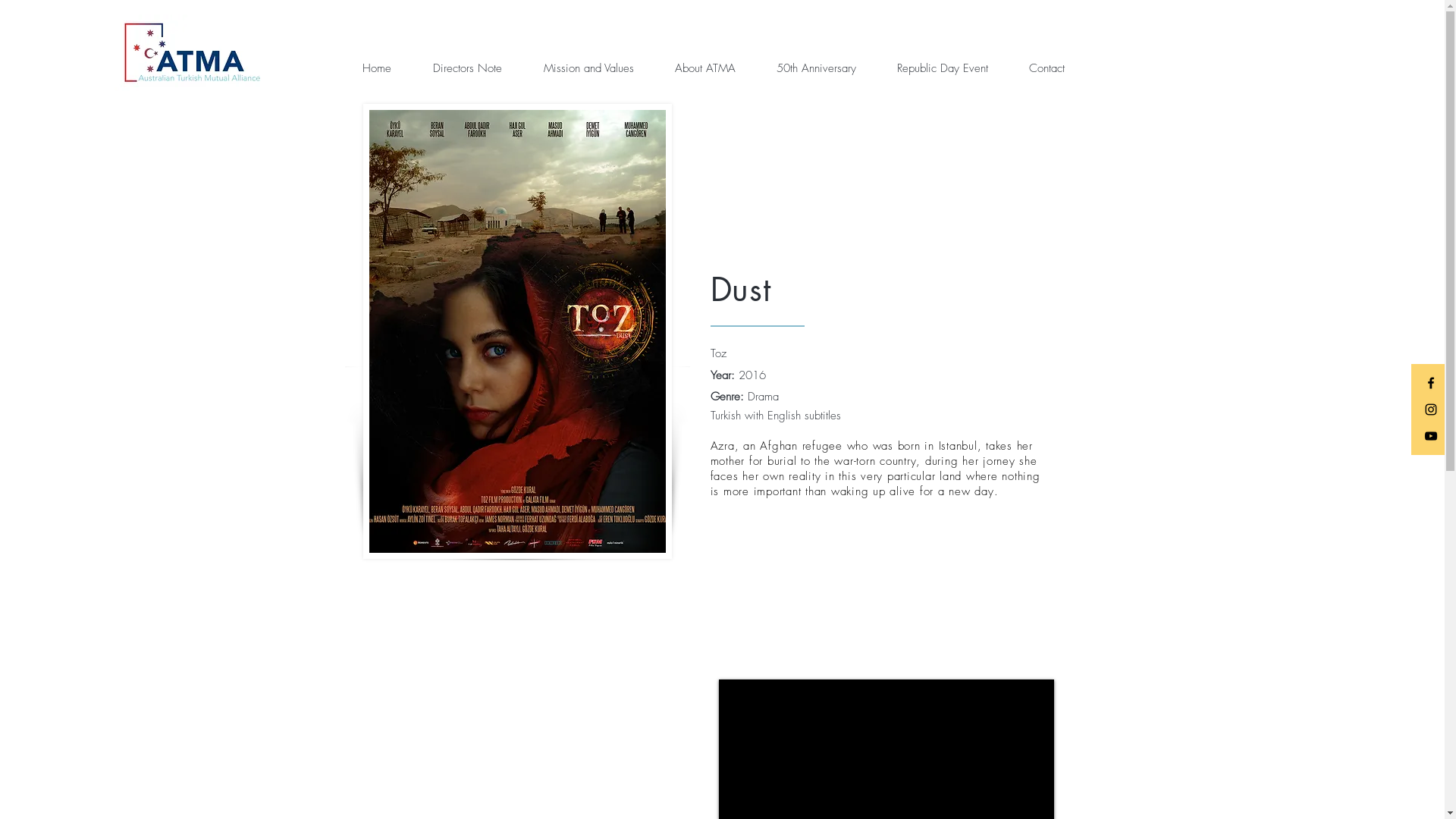 Image resolution: width=1456 pixels, height=819 pixels. Describe the element at coordinates (385, 67) in the screenshot. I see `'Home'` at that location.